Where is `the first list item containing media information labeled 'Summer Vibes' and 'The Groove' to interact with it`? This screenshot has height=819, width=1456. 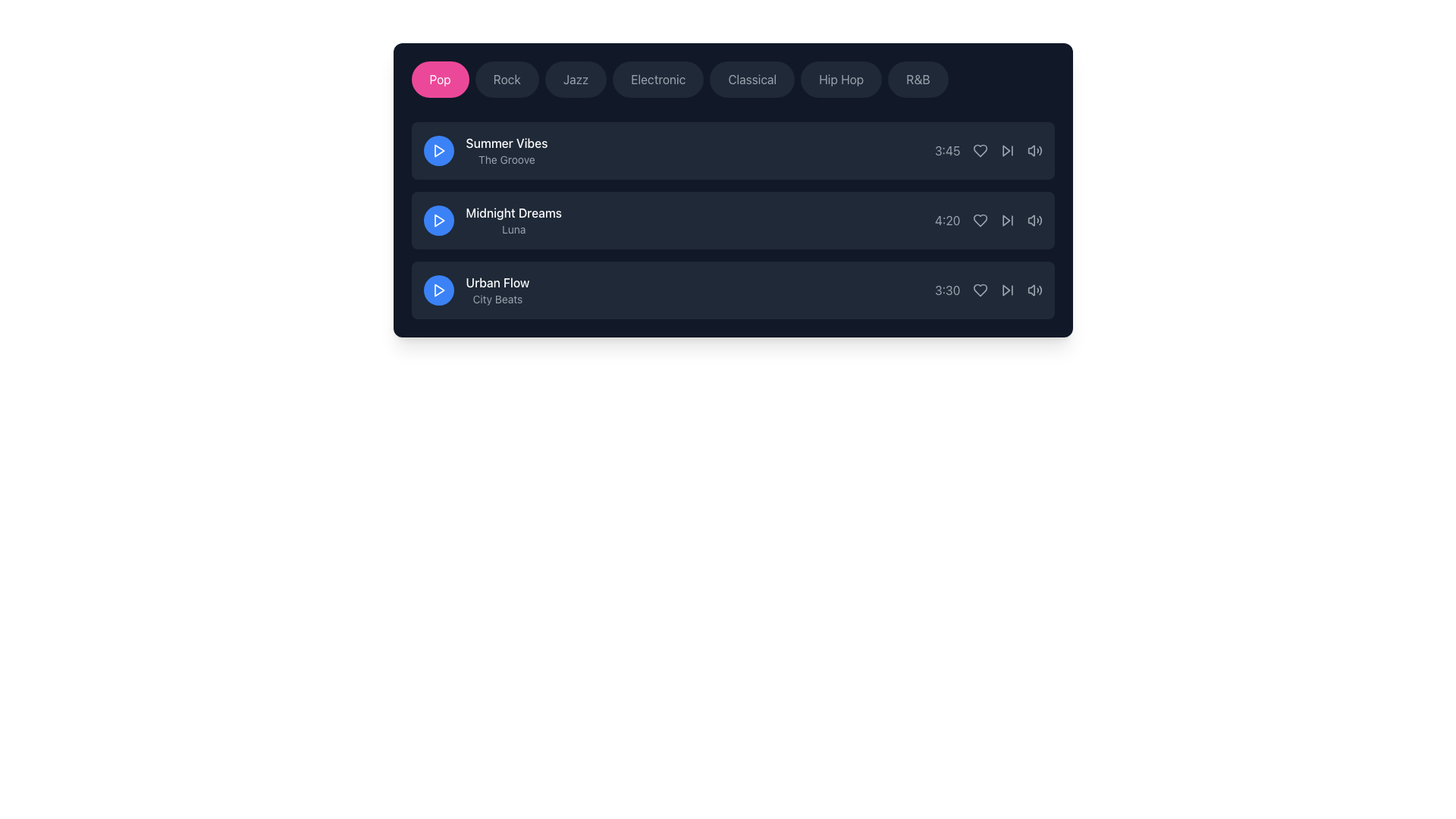
the first list item containing media information labeled 'Summer Vibes' and 'The Groove' to interact with it is located at coordinates (733, 151).